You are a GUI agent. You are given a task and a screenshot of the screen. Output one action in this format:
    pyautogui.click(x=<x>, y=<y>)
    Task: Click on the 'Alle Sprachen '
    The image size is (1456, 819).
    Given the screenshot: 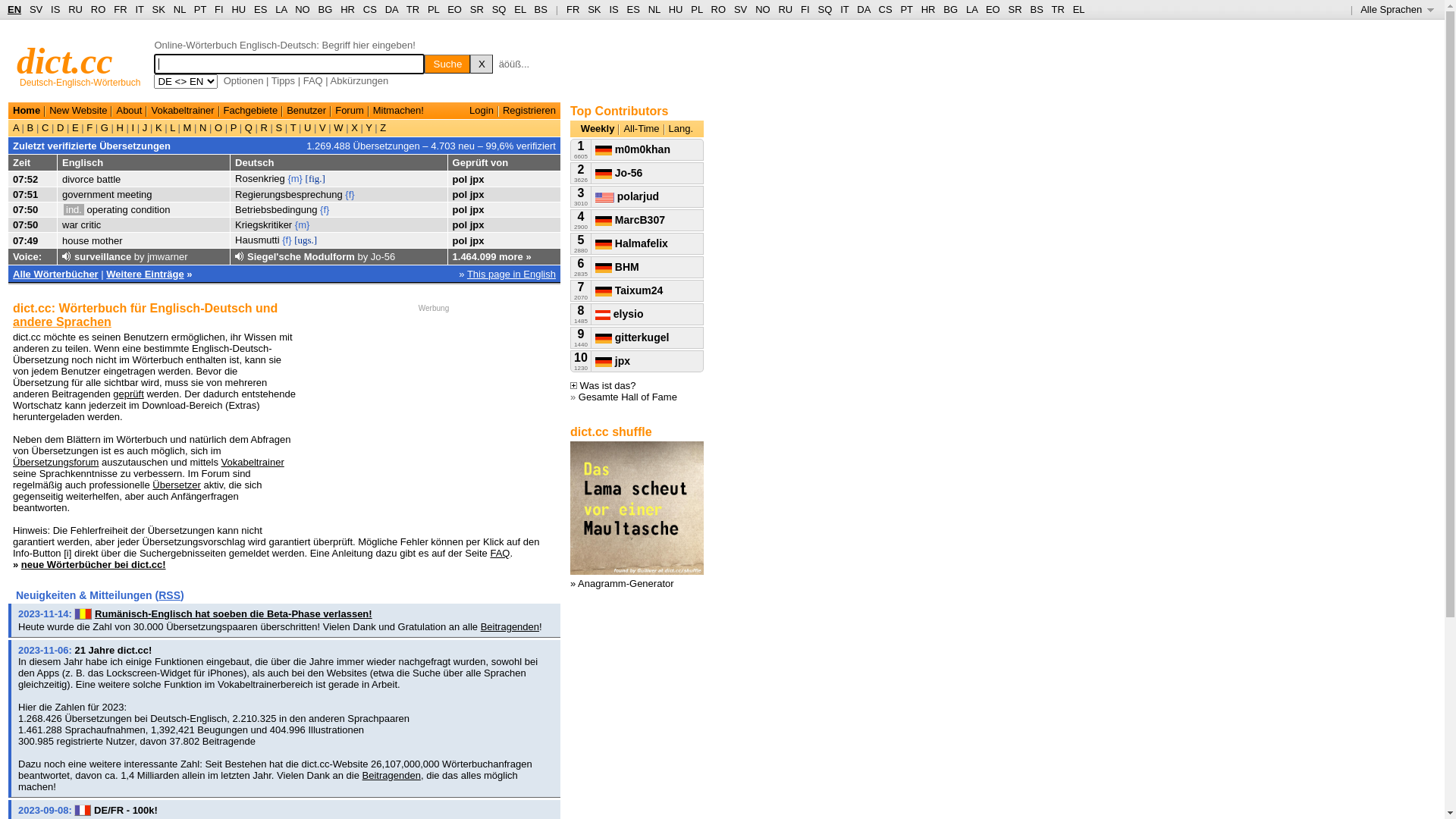 What is the action you would take?
    pyautogui.click(x=1396, y=9)
    